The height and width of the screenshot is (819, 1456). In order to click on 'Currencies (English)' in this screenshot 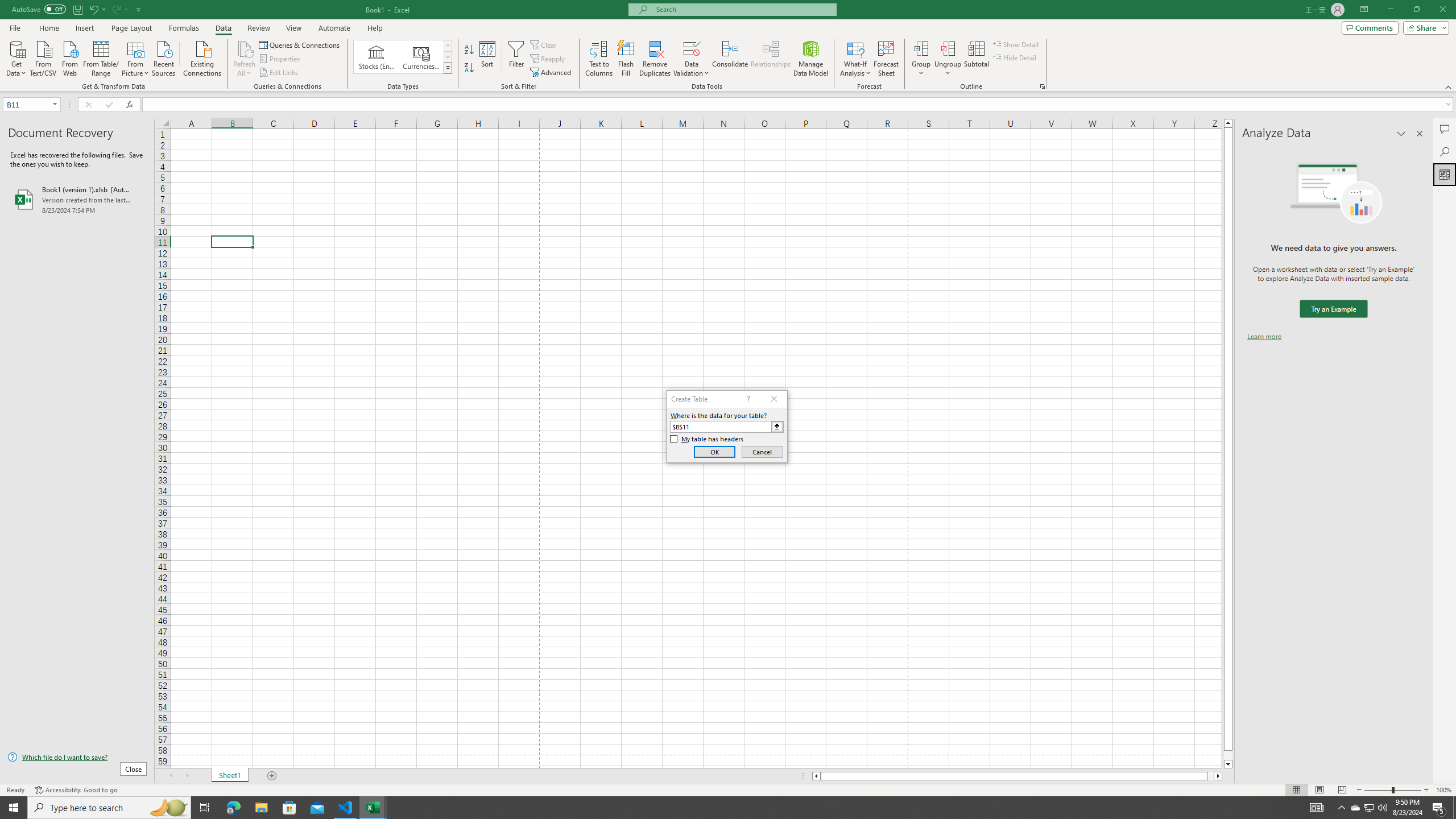, I will do `click(420, 56)`.